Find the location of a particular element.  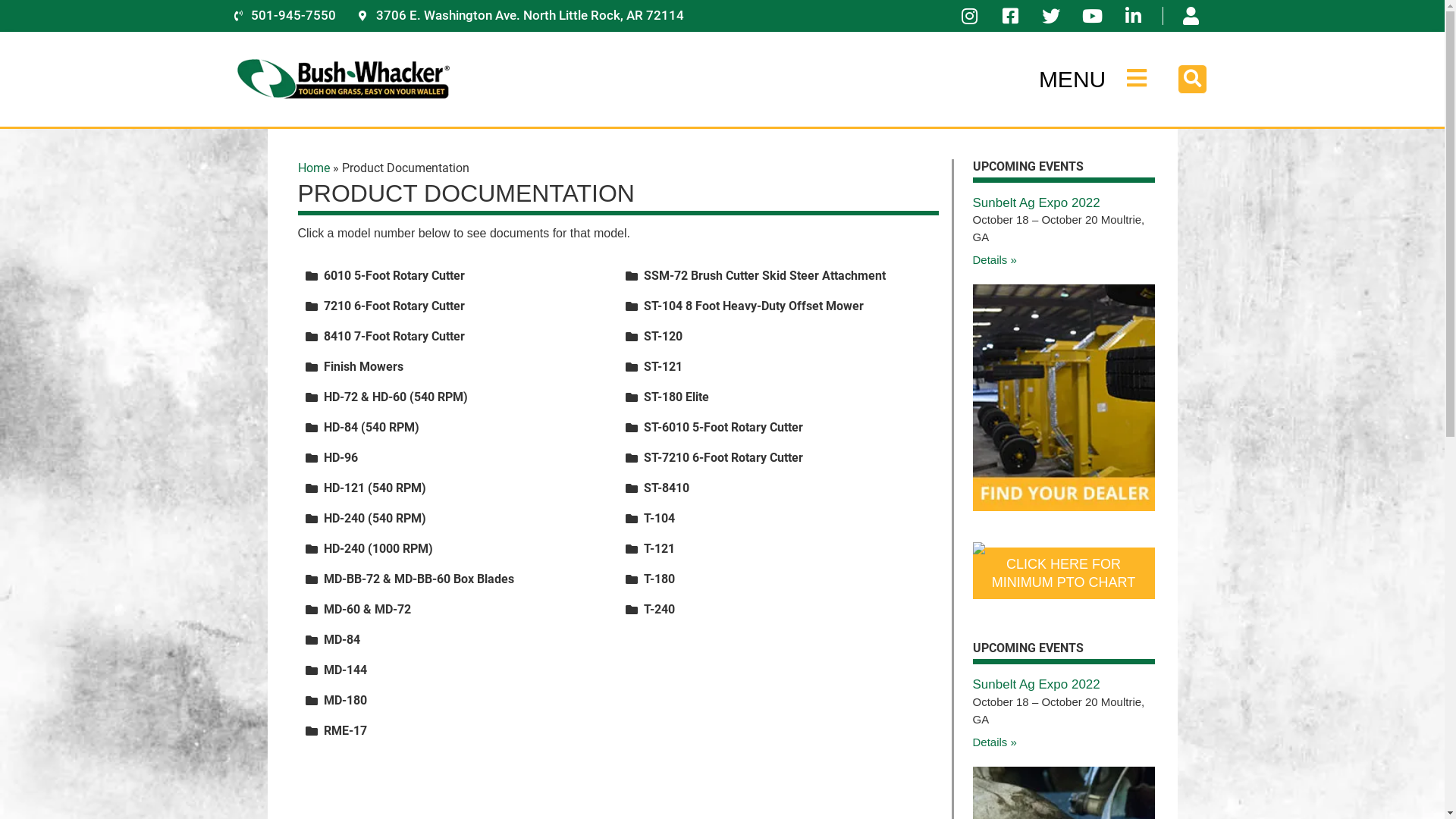

'ST-104 8 Foot Heavy-Duty Offset Mower' is located at coordinates (644, 306).